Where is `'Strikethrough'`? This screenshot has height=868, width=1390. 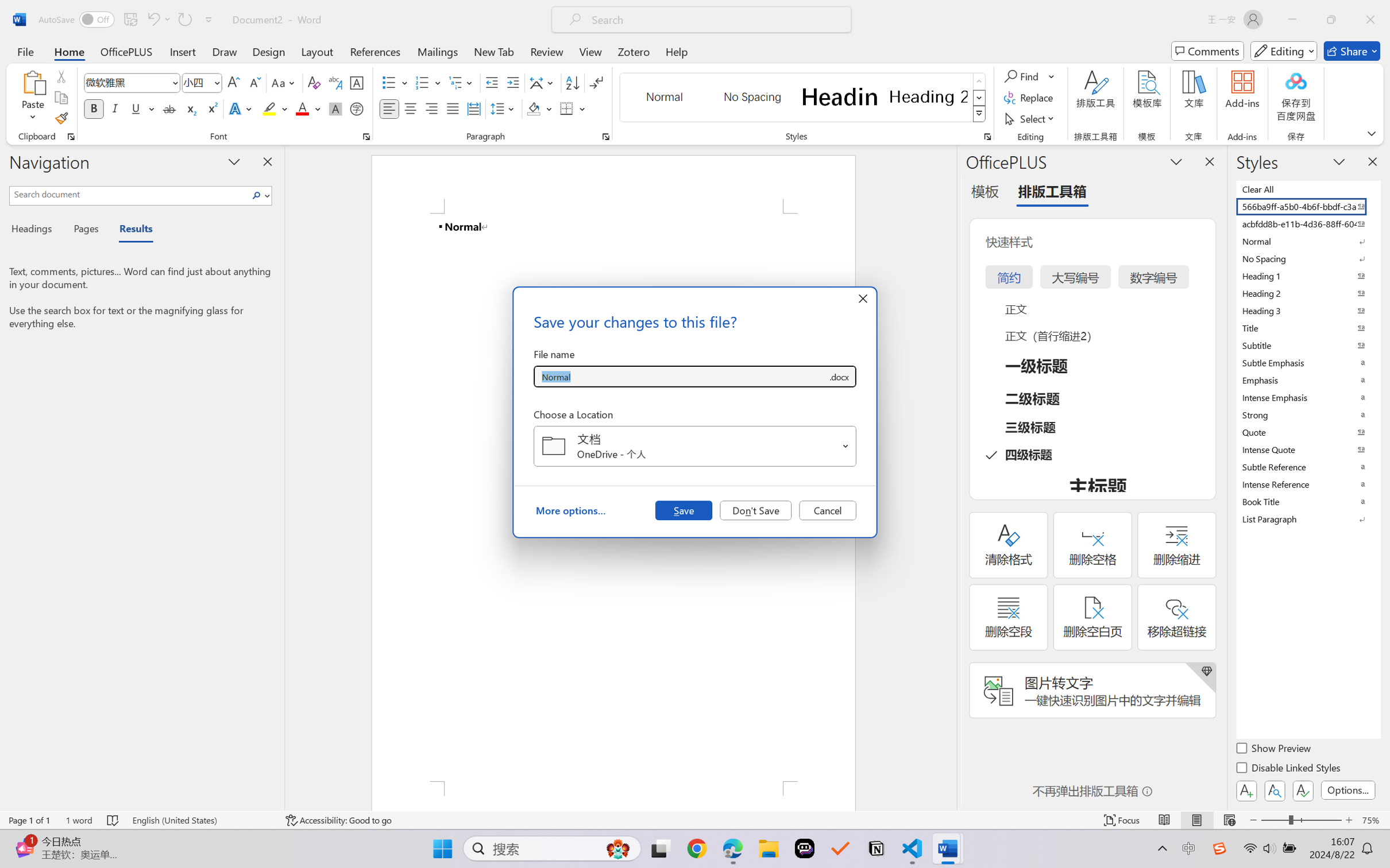
'Strikethrough' is located at coordinates (169, 108).